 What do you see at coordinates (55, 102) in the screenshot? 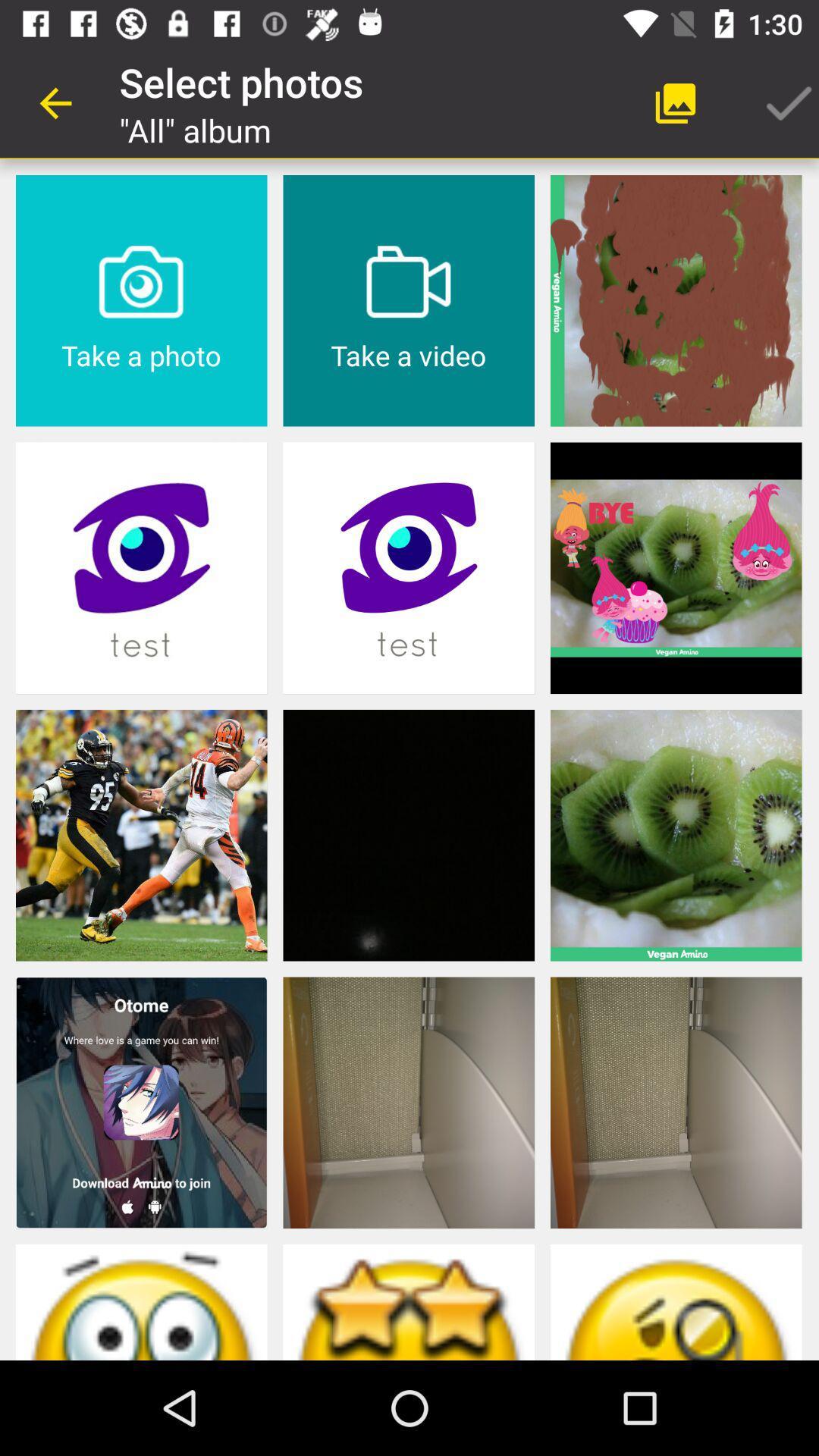
I see `app to the left of select photos` at bounding box center [55, 102].